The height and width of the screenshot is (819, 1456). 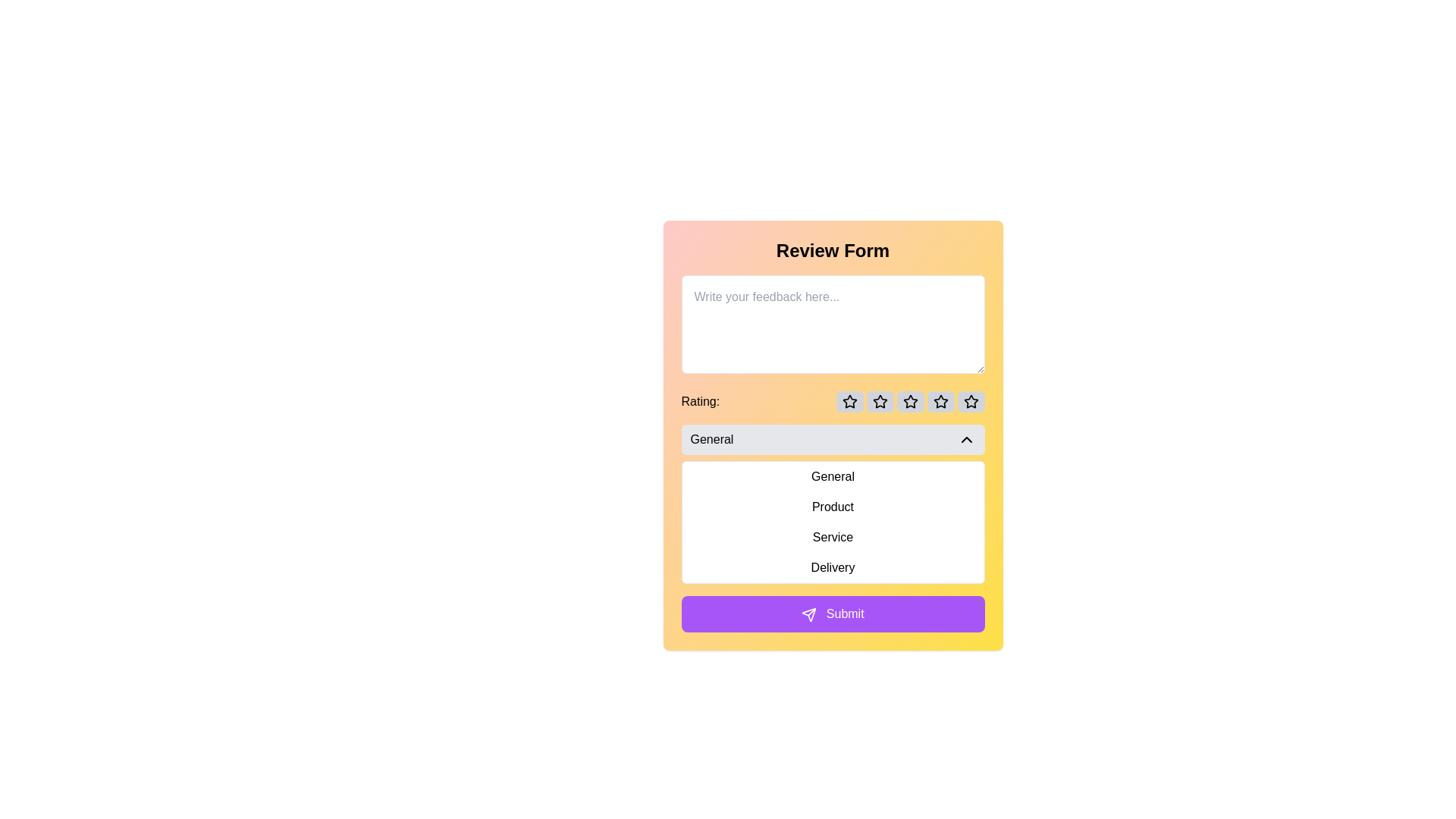 I want to click on the fourth star in the rating input section, so click(x=910, y=400).